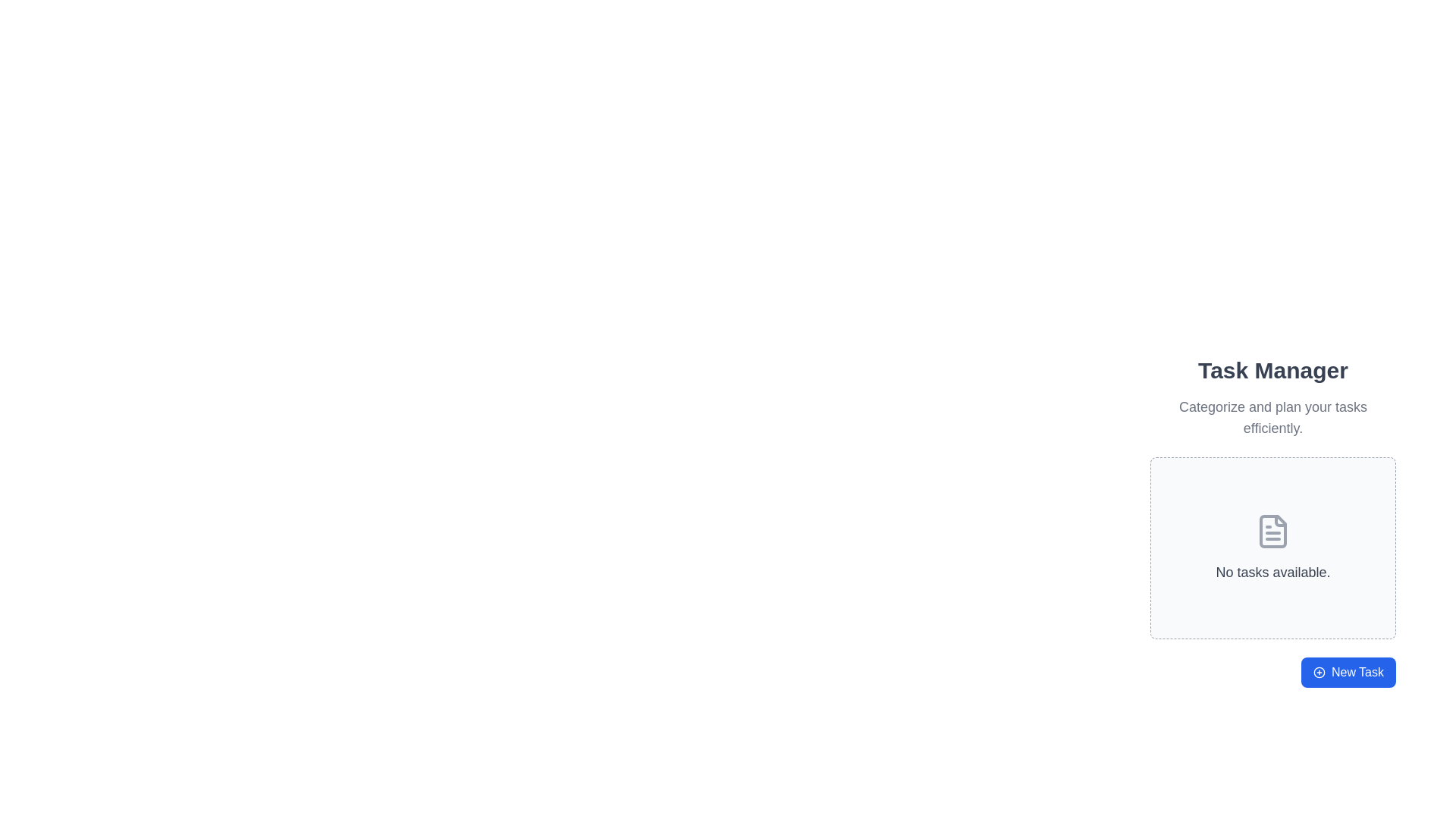  Describe the element at coordinates (1318, 672) in the screenshot. I see `the circular icon with a blue outline and a hollow center, which is part of the 'New Task' button located in the bottom-right section of the interface` at that location.